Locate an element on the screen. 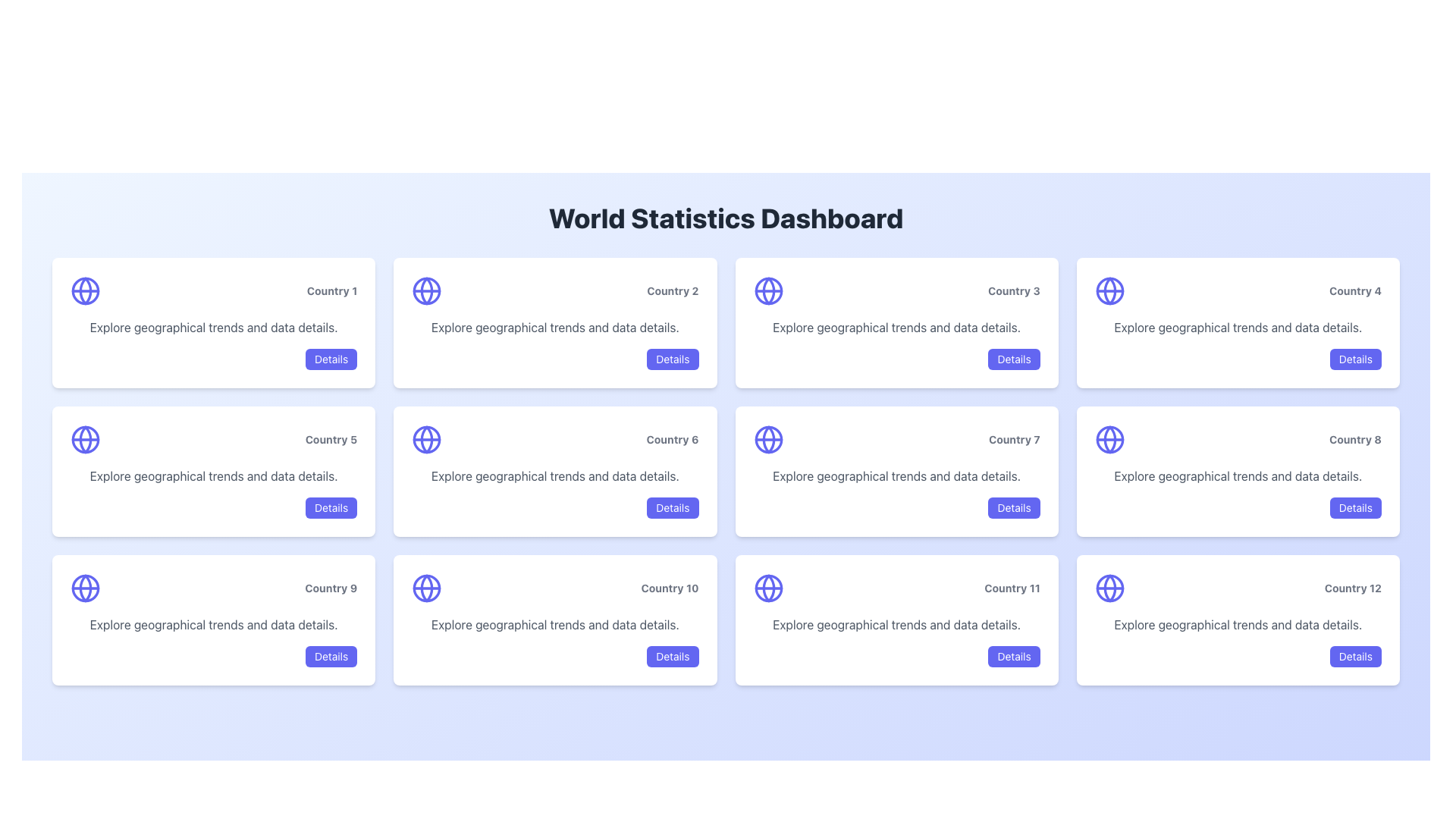  the globe icon inside the card labeled 'Country 11', which is located in the fourth row and second column of a 4x3 grid layout is located at coordinates (768, 587).